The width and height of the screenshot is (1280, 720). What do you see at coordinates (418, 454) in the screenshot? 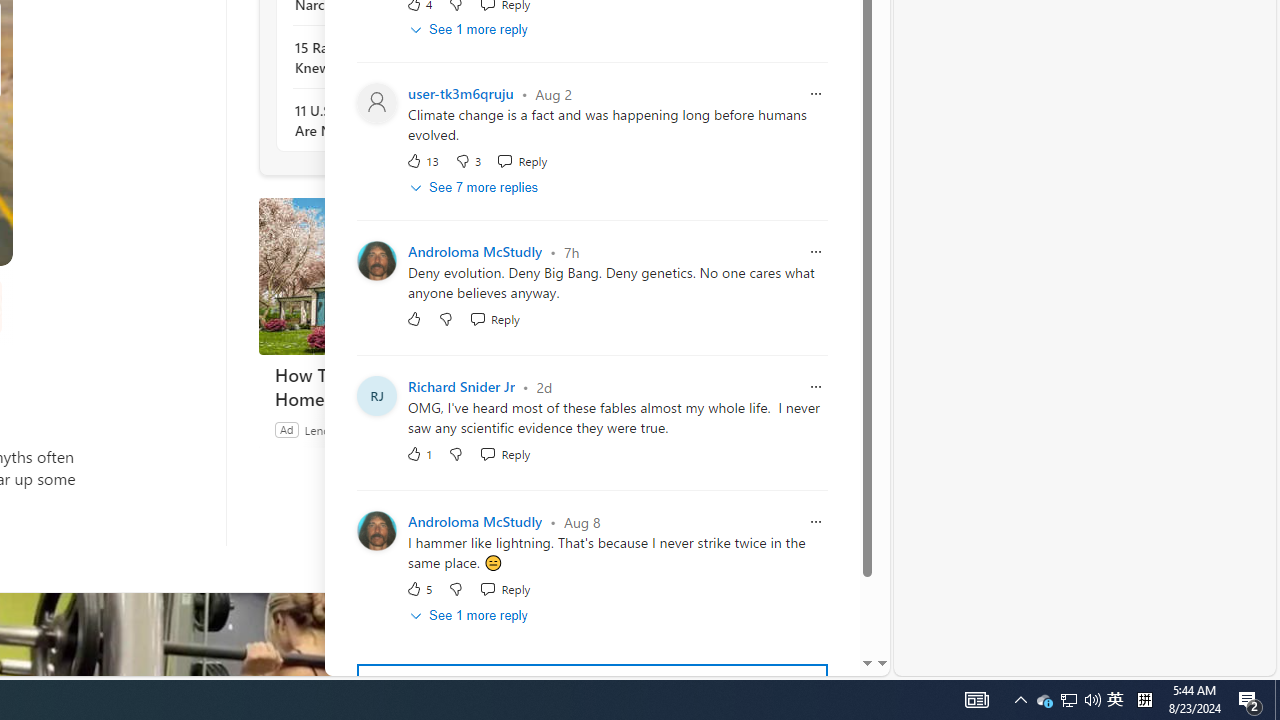
I see `'1 Like'` at bounding box center [418, 454].